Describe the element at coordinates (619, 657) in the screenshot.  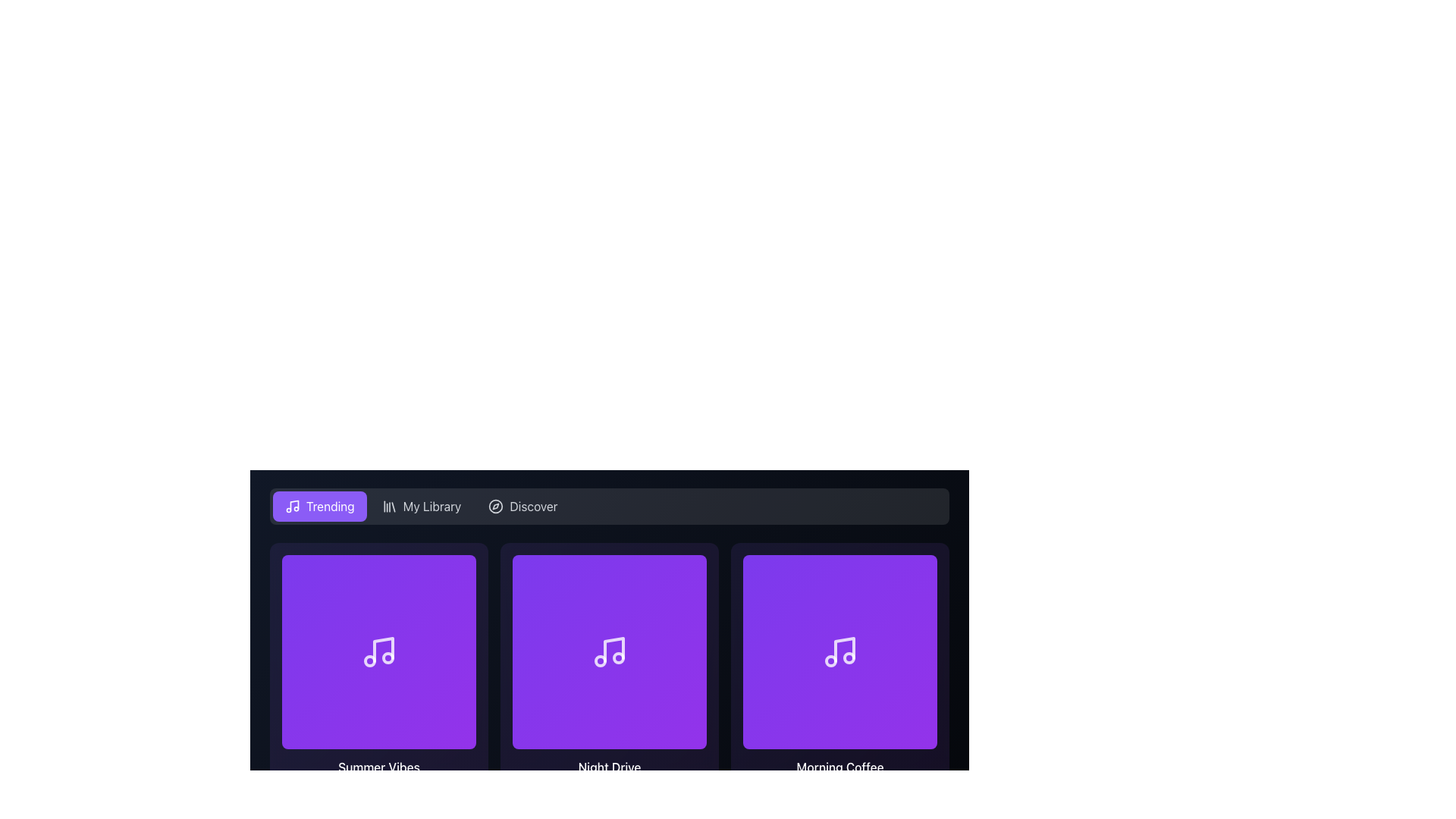
I see `the rightmost circular component within the music note icon located at the center of the 'Night Drive' purple tile` at that location.